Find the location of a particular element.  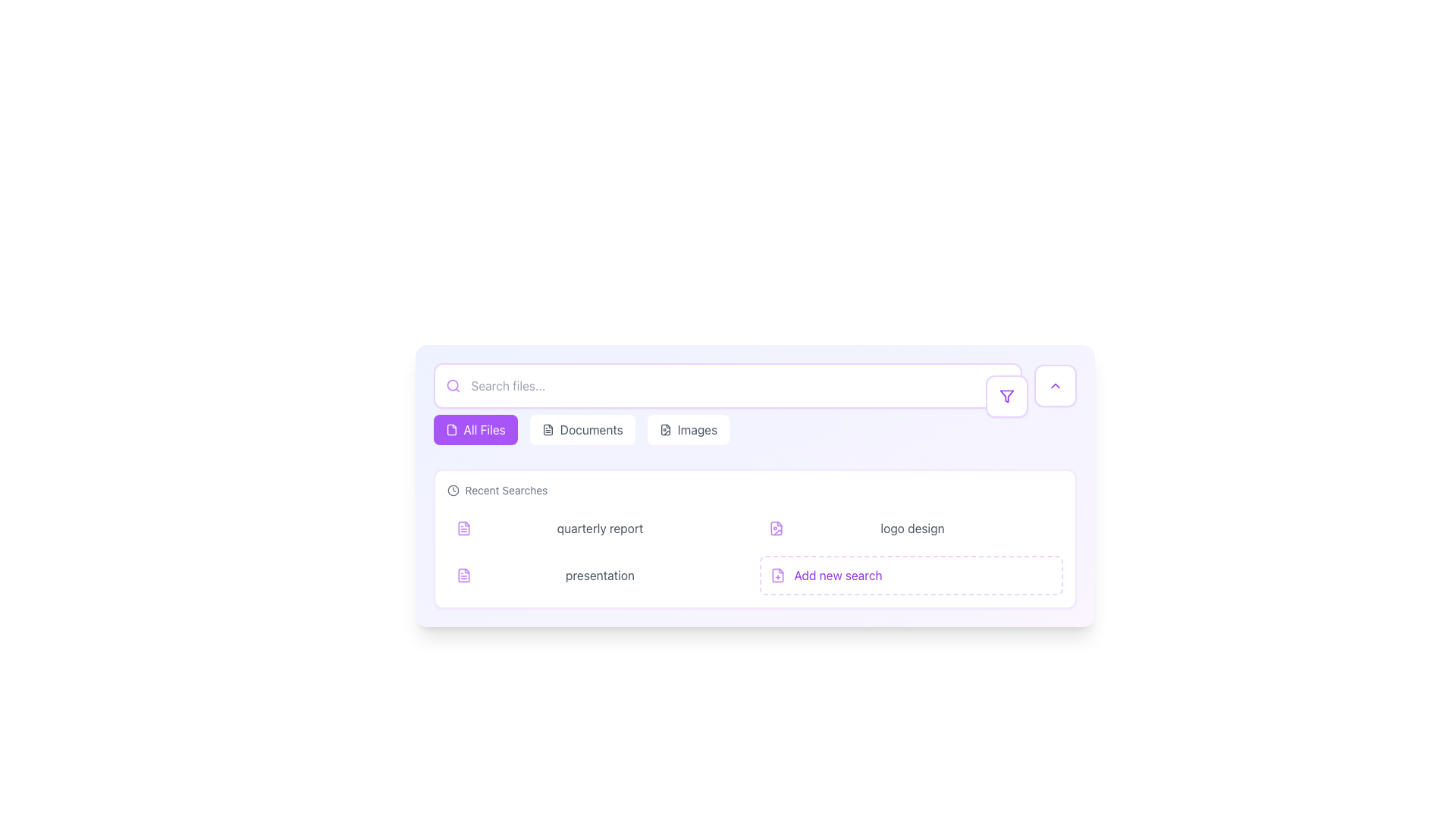

the triangular funnel icon located in the upper-right corner of the search bar is located at coordinates (1006, 396).